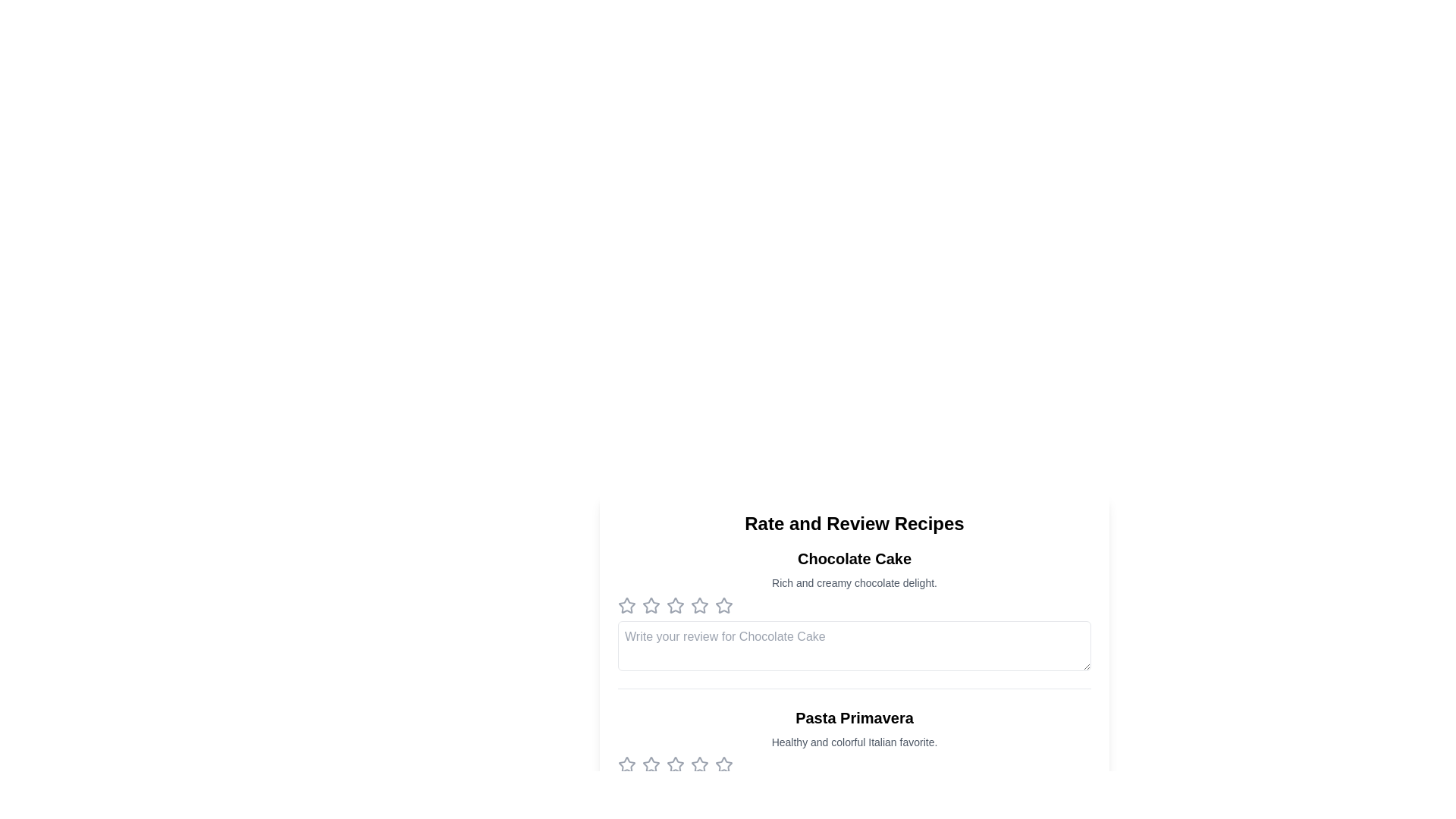 The height and width of the screenshot is (819, 1456). Describe the element at coordinates (723, 764) in the screenshot. I see `the first hollow star icon in the rating system for 'Pasta Primavera'` at that location.